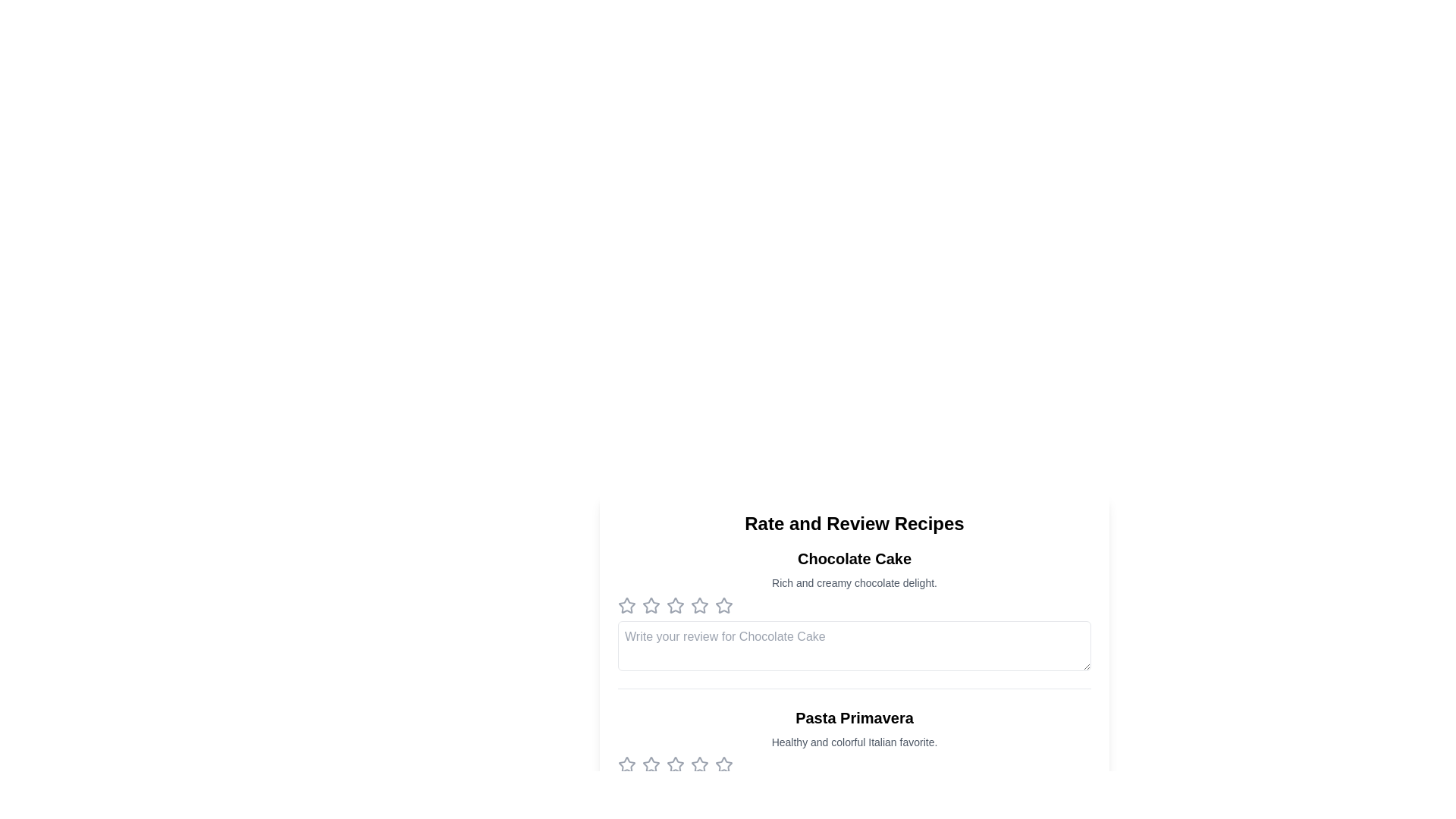 The height and width of the screenshot is (819, 1456). Describe the element at coordinates (723, 764) in the screenshot. I see `the first hollow star icon in the rating system for 'Pasta Primavera'` at that location.